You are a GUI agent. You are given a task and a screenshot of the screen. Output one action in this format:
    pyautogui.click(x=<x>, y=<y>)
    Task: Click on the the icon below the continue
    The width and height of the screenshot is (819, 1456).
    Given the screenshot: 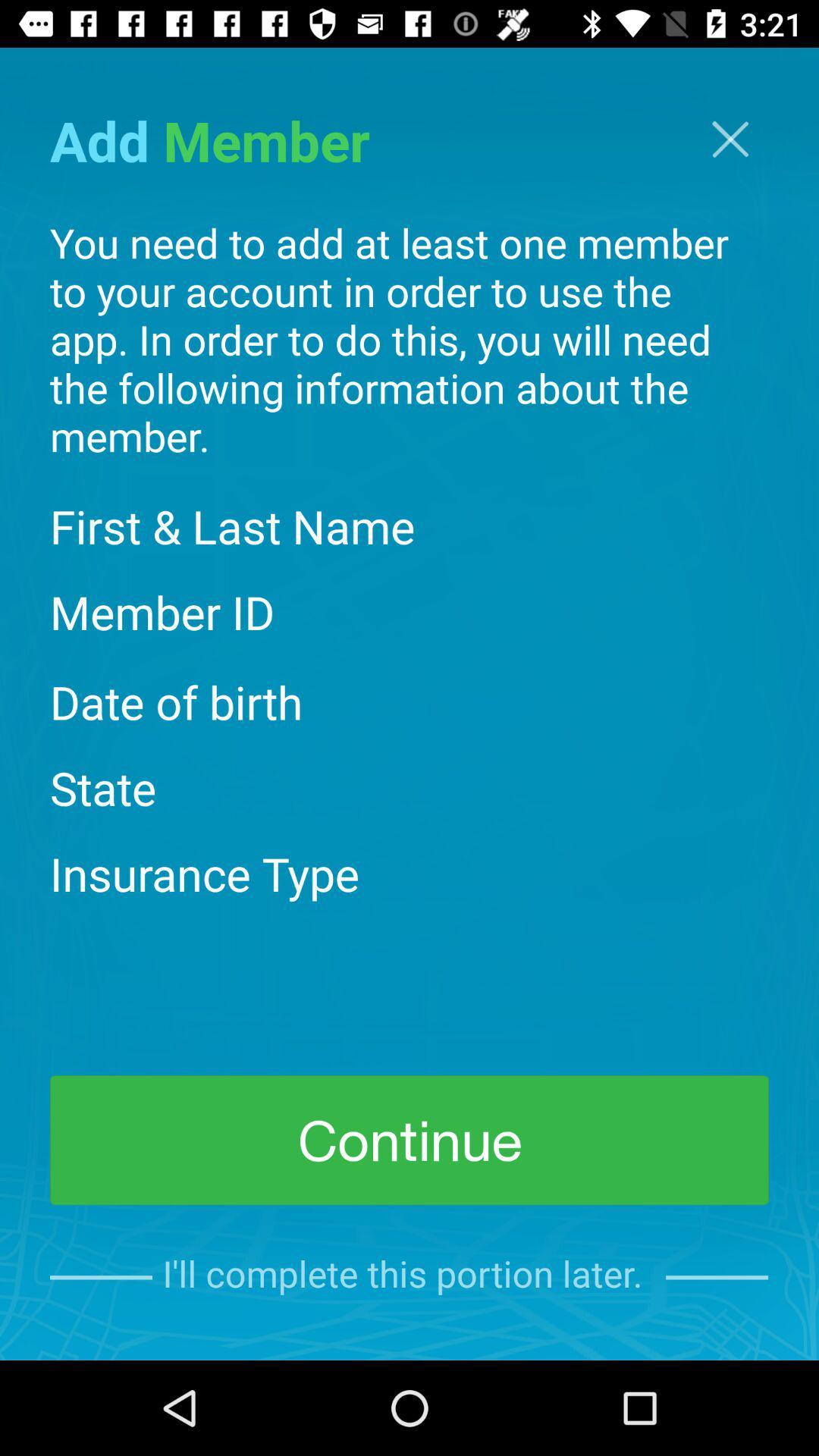 What is the action you would take?
    pyautogui.click(x=408, y=1276)
    